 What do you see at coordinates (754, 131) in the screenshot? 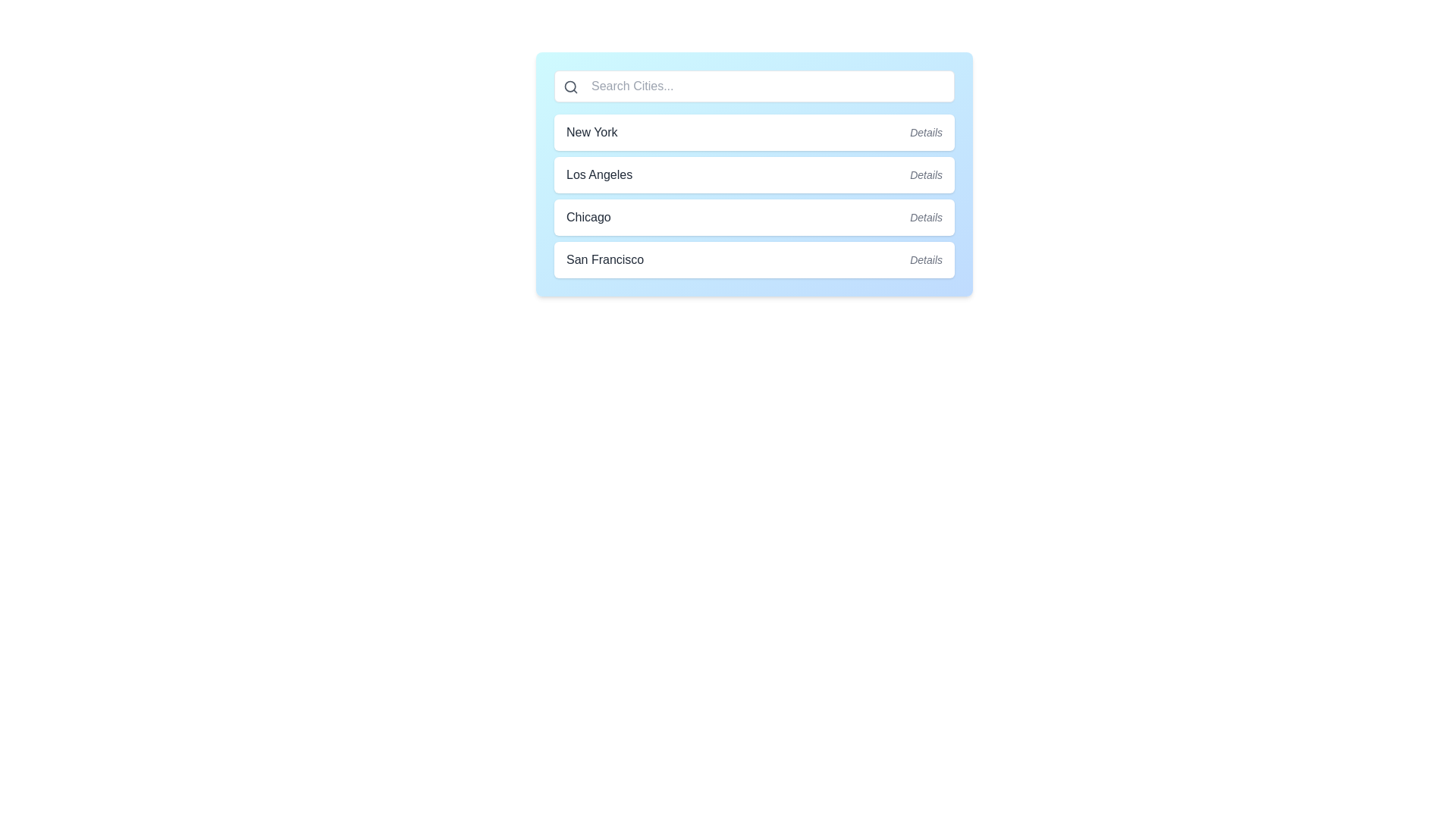
I see `the first button-like list item labeled 'New York' with a white background and shadow effect` at bounding box center [754, 131].